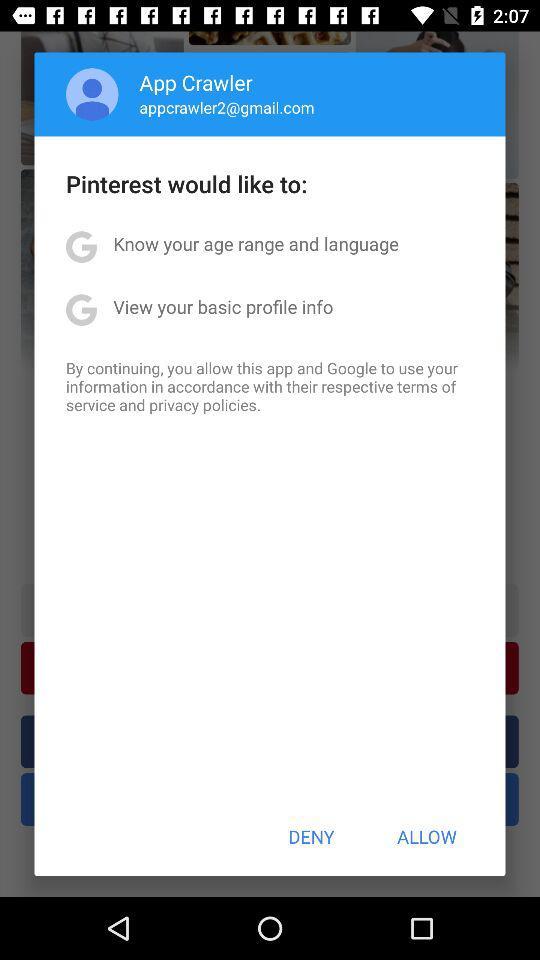  I want to click on icon below the app crawler item, so click(226, 107).